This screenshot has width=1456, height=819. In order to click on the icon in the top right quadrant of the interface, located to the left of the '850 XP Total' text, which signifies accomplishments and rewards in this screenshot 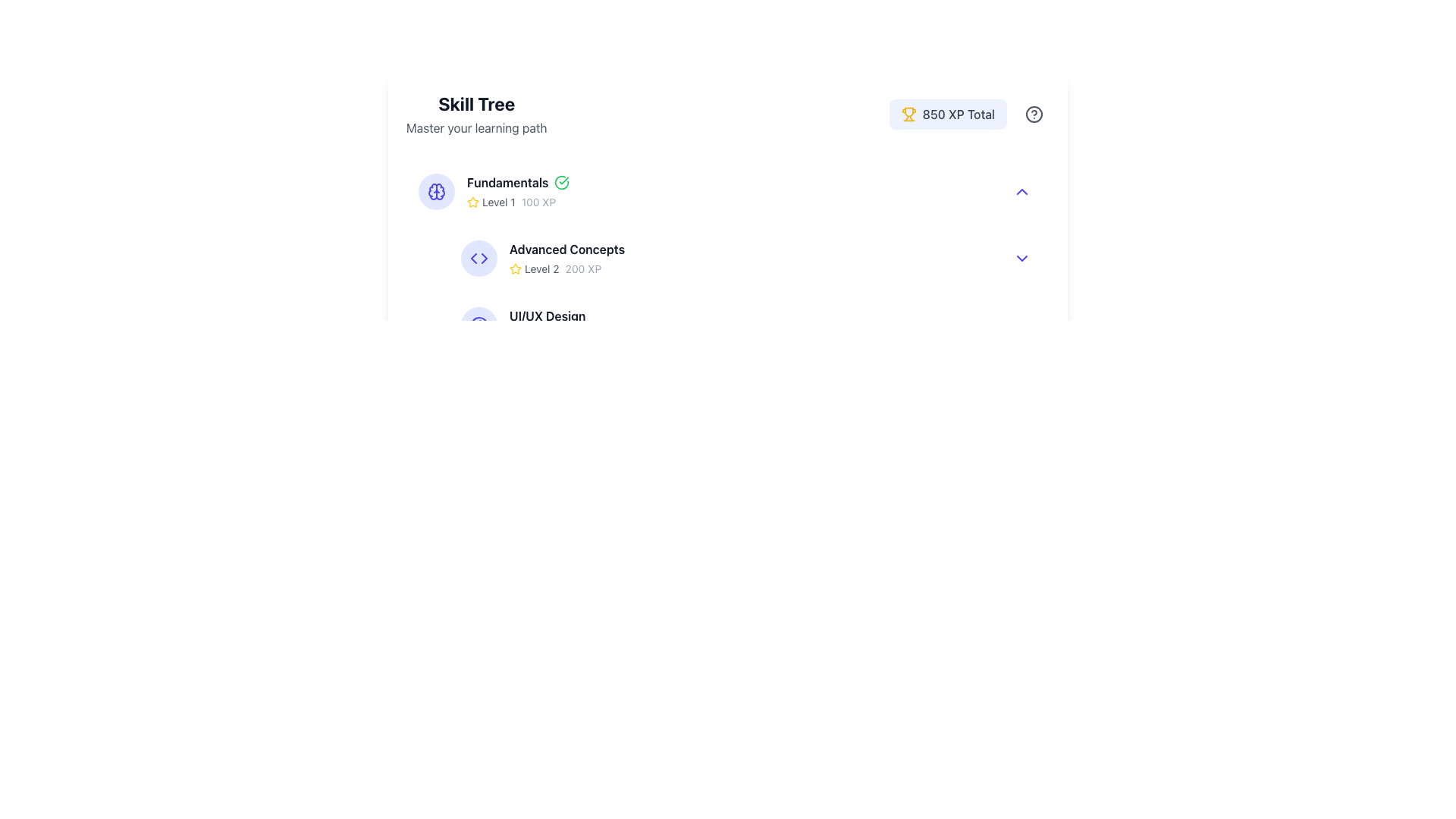, I will do `click(908, 113)`.